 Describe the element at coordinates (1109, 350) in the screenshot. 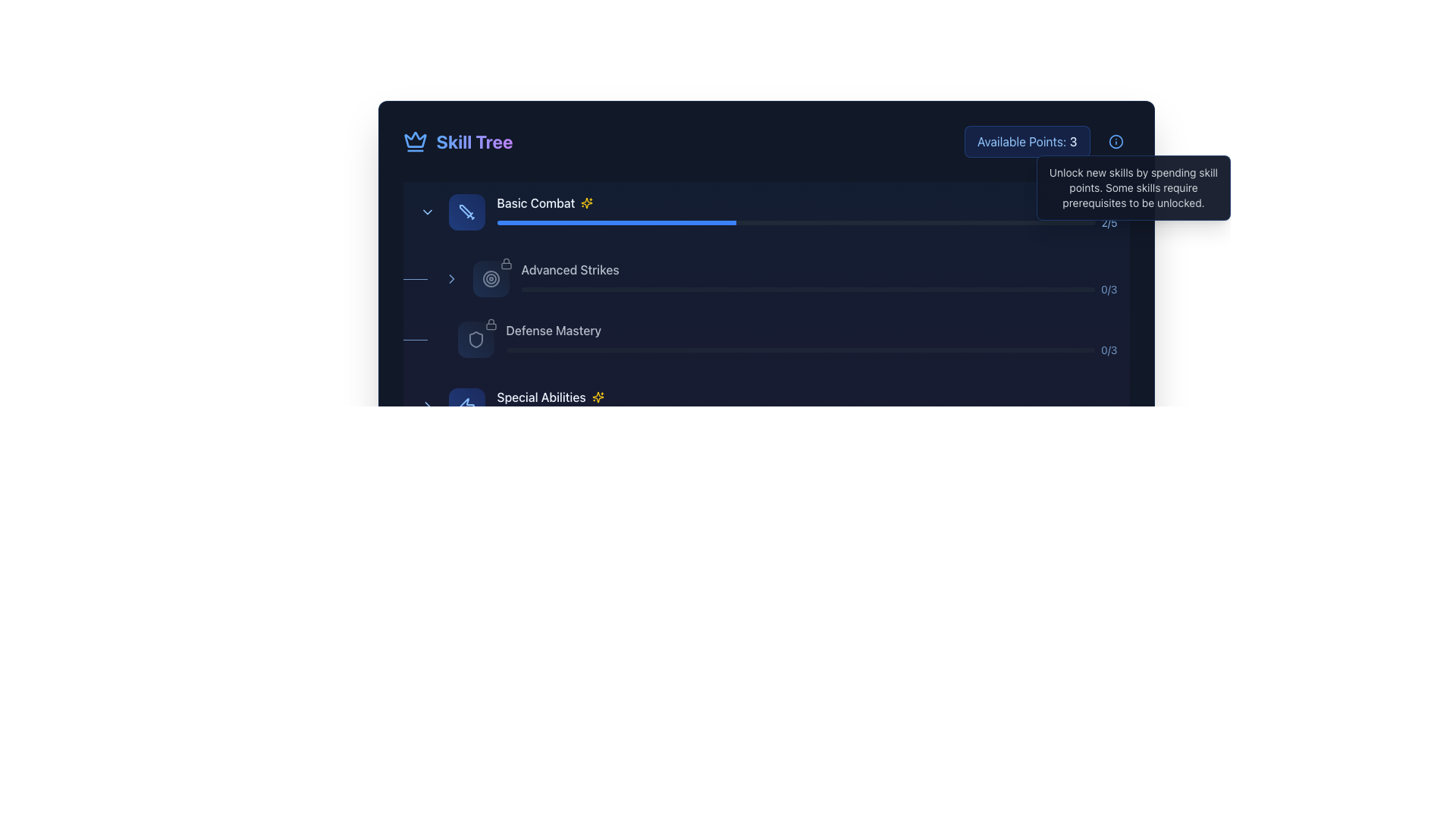

I see `the progress label that shows the current status (0) versus the maximum value (3) within the digital skill tree interface` at that location.